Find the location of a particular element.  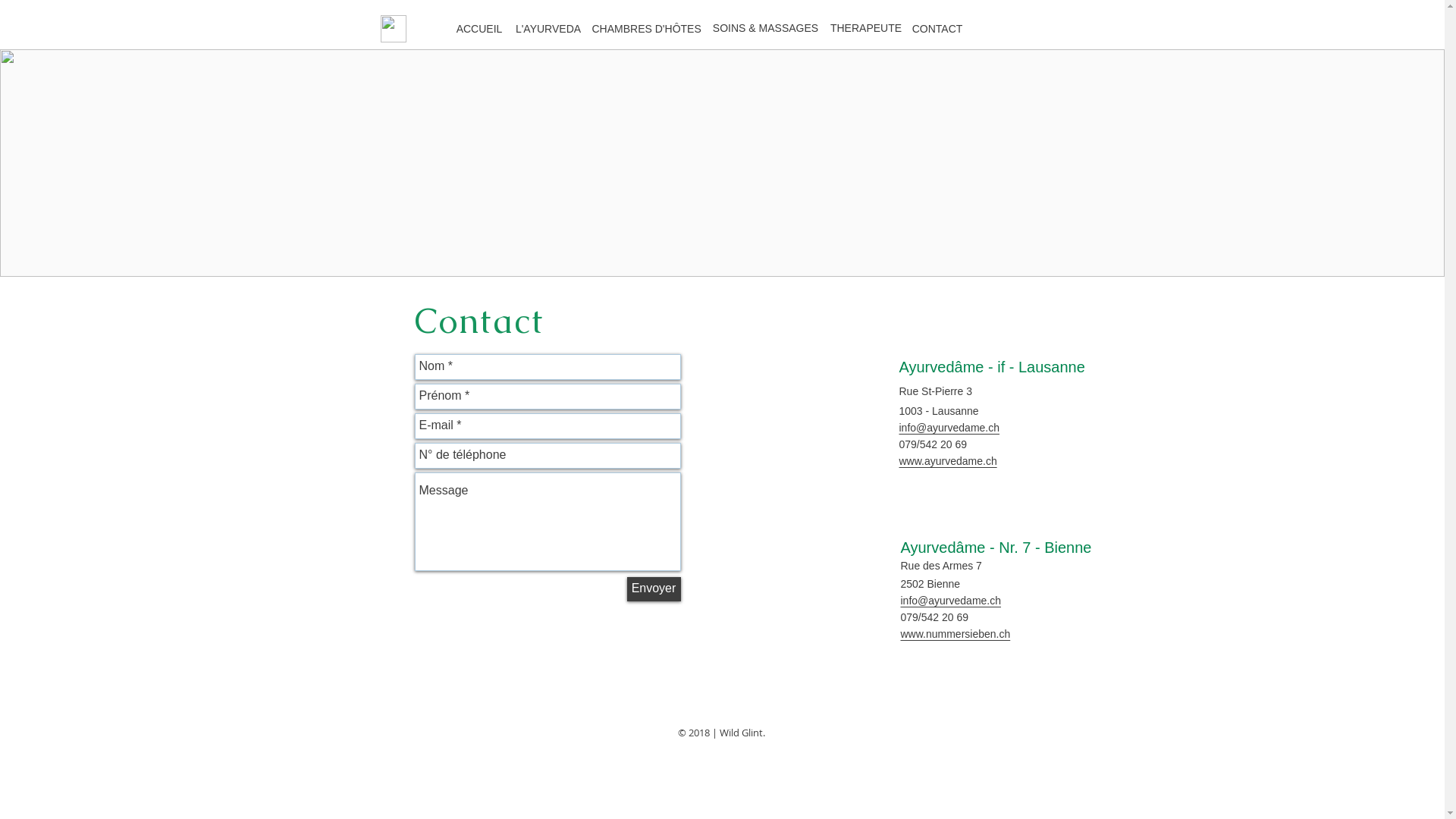

'CONTACT' is located at coordinates (936, 30).